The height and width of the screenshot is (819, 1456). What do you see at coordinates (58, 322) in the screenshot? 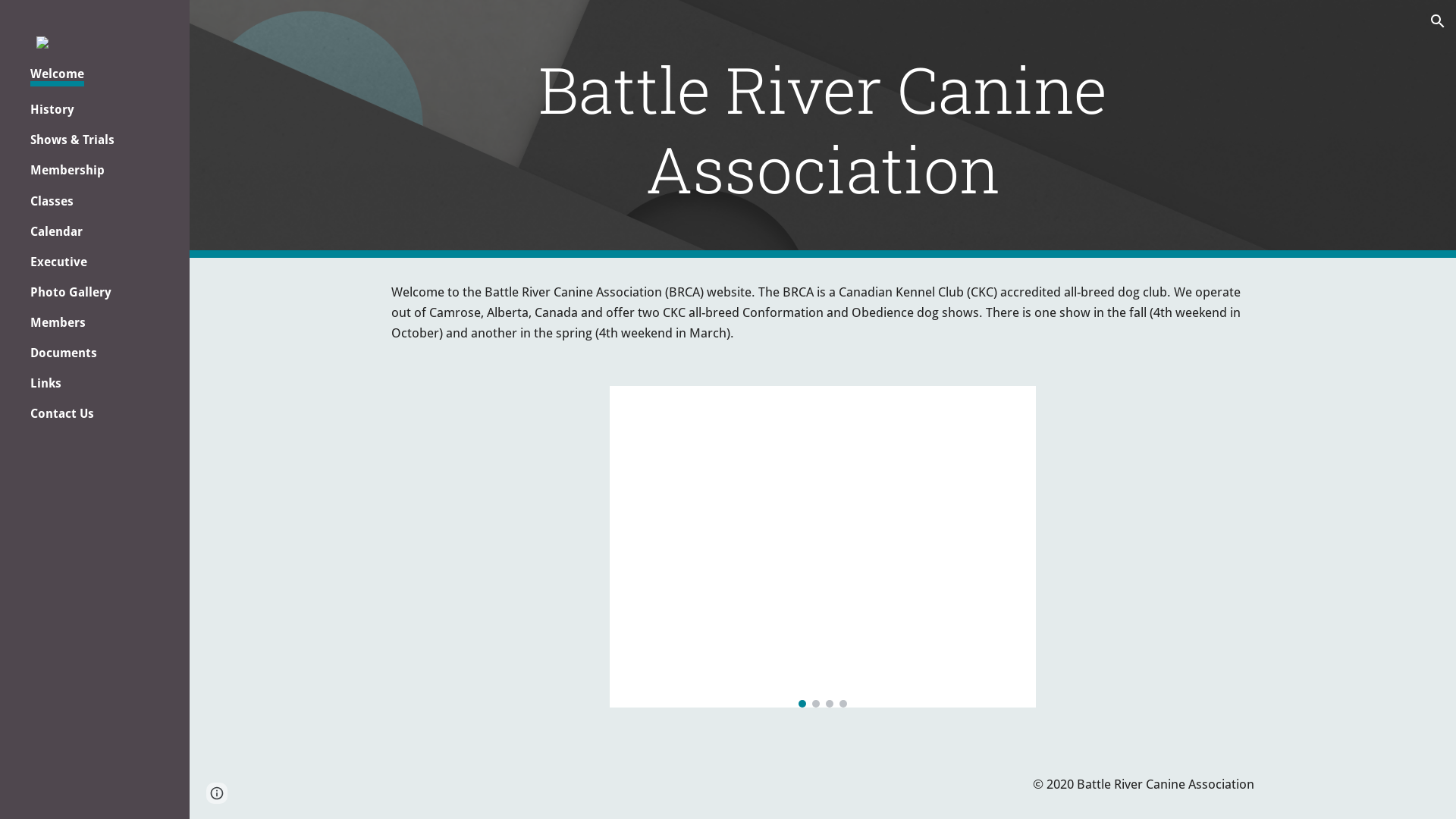
I see `'Members'` at bounding box center [58, 322].